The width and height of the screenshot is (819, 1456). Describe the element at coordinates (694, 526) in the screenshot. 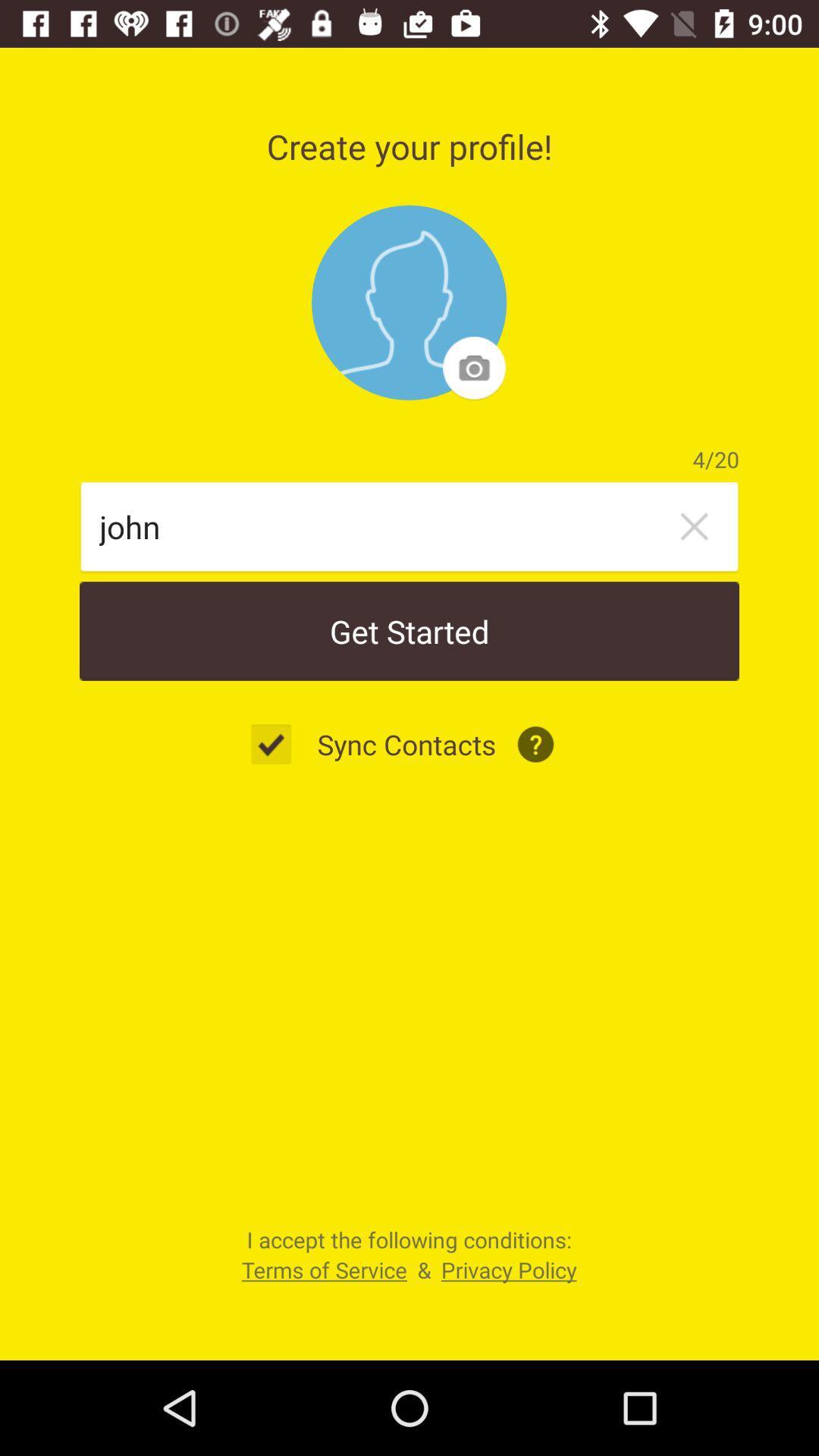

I see `item next to john icon` at that location.